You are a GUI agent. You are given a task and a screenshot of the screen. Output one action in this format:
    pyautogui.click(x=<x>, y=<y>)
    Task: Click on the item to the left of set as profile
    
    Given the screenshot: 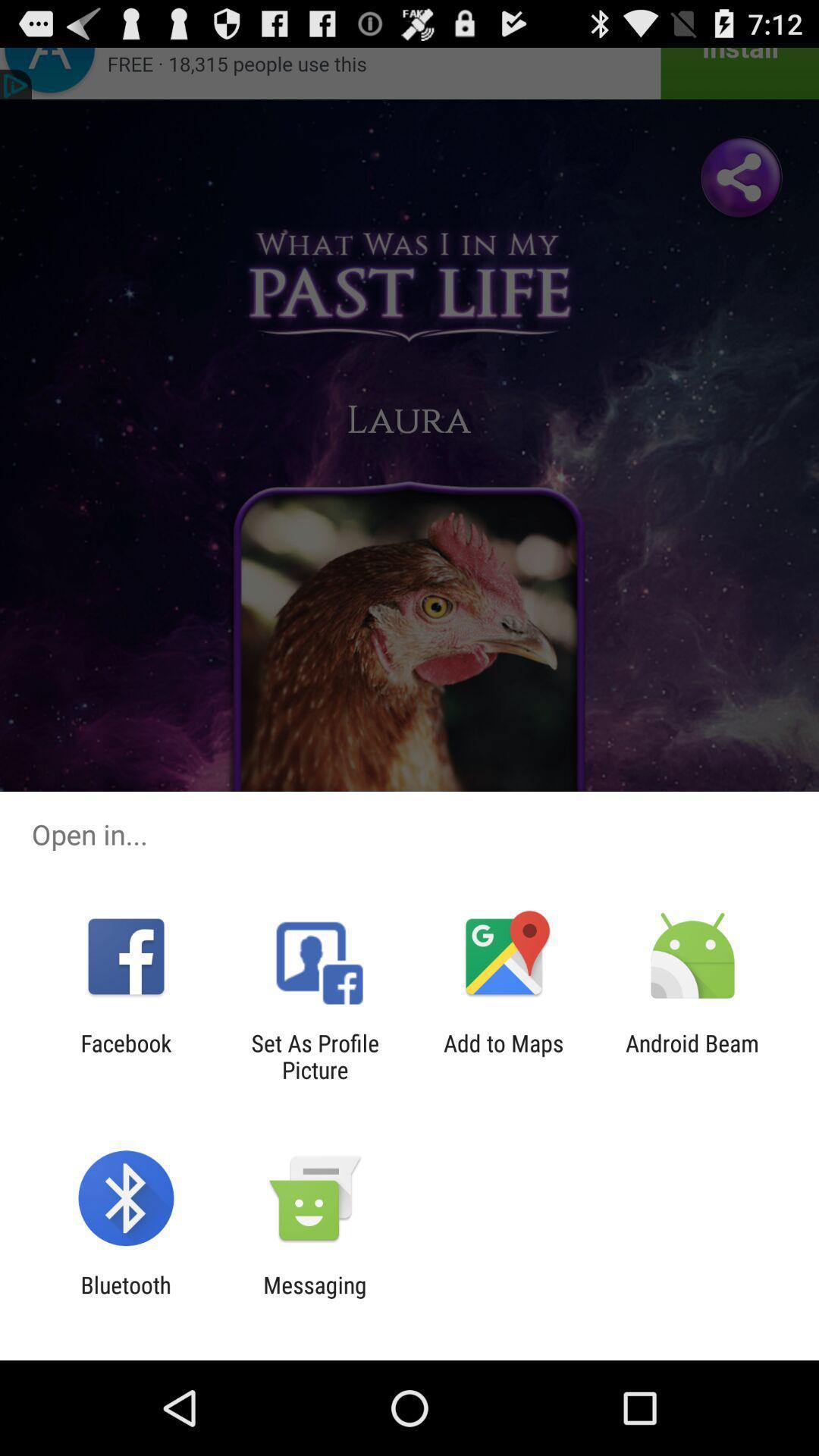 What is the action you would take?
    pyautogui.click(x=125, y=1056)
    